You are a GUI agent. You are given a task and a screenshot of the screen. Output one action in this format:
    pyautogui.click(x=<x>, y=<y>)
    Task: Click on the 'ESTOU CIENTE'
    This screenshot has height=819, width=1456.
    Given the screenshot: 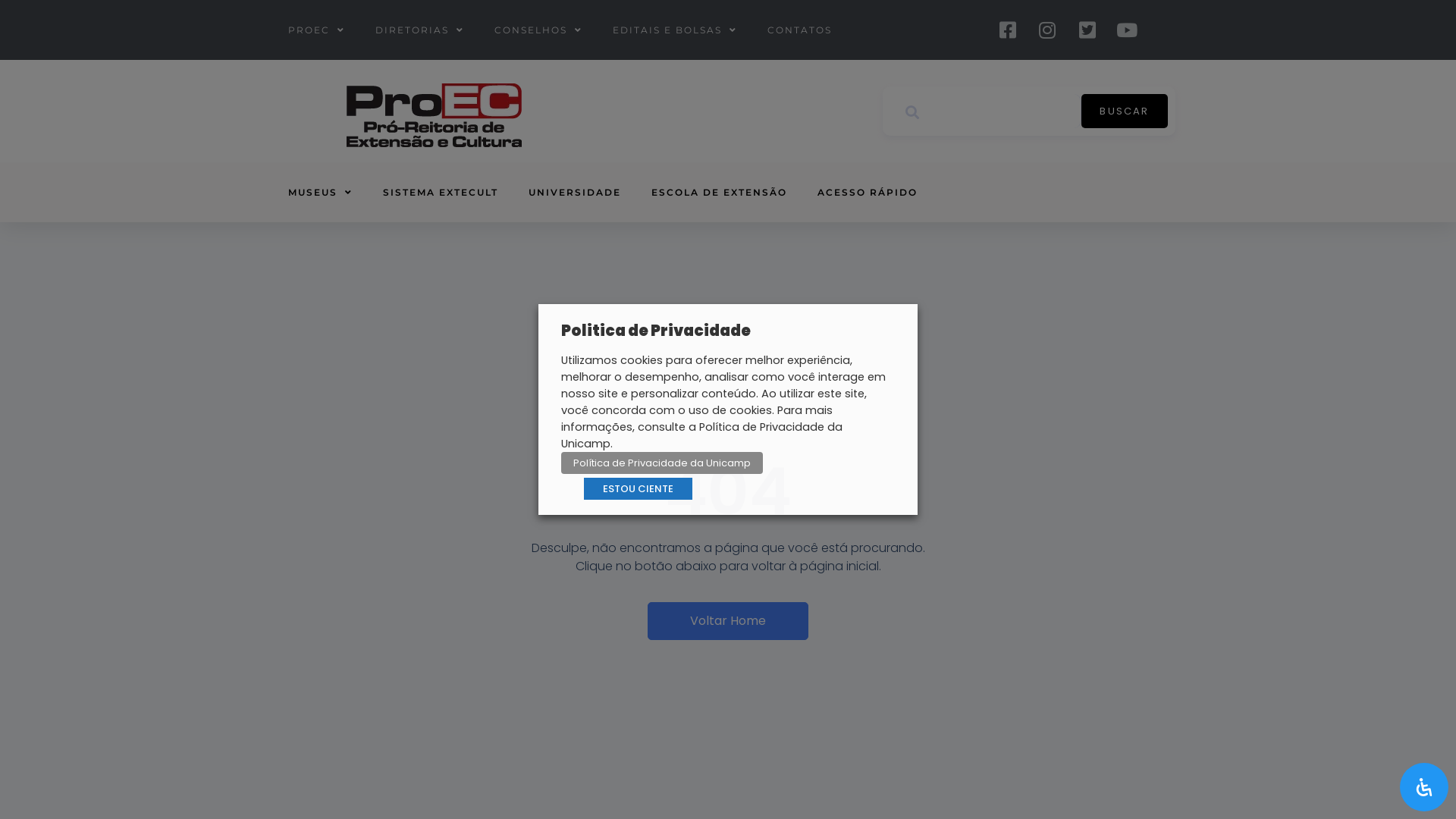 What is the action you would take?
    pyautogui.click(x=638, y=488)
    